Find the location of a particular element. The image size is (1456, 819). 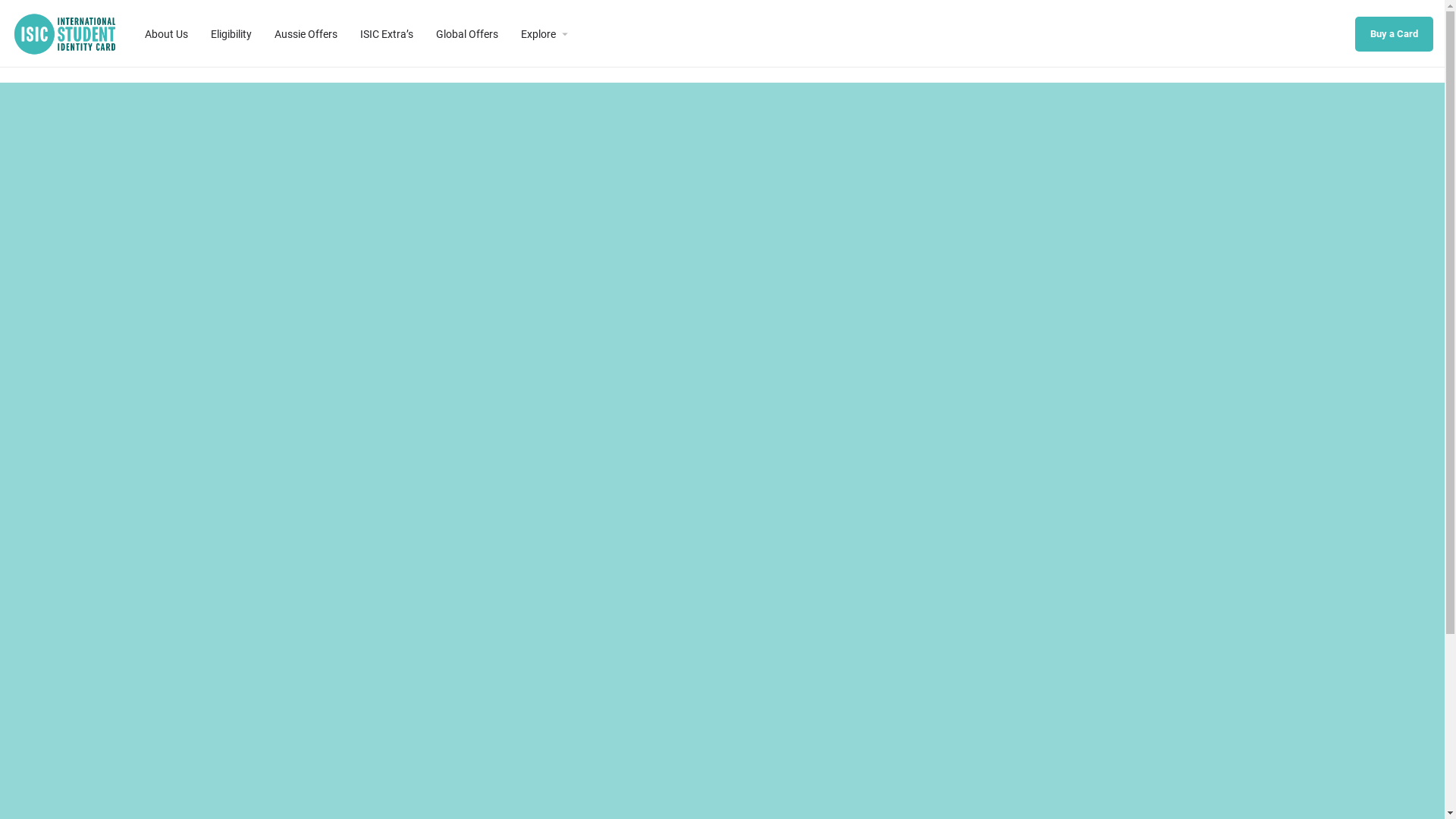

'Global Offers' is located at coordinates (466, 33).